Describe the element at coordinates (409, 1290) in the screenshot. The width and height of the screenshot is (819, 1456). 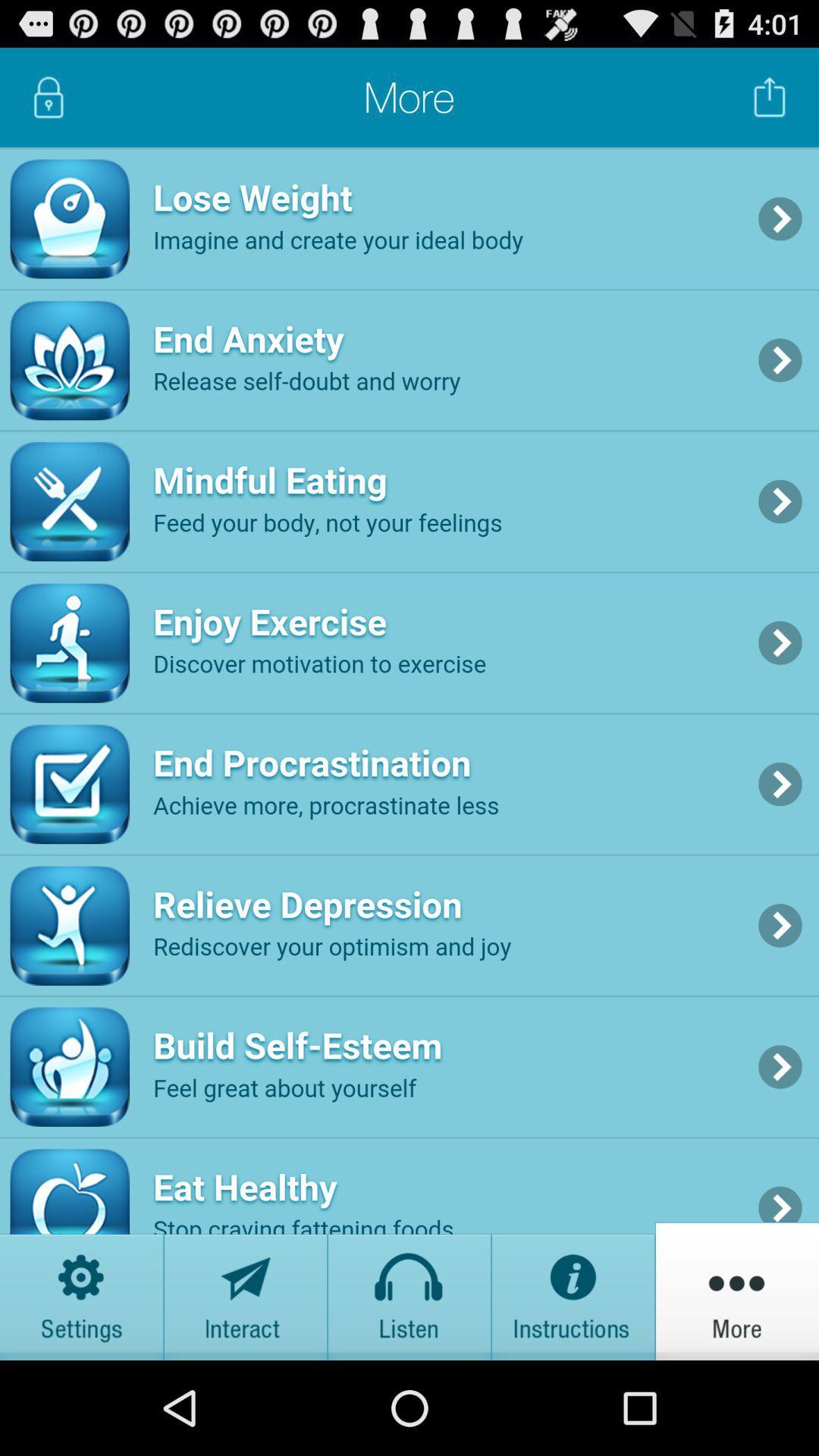
I see `start audio` at that location.